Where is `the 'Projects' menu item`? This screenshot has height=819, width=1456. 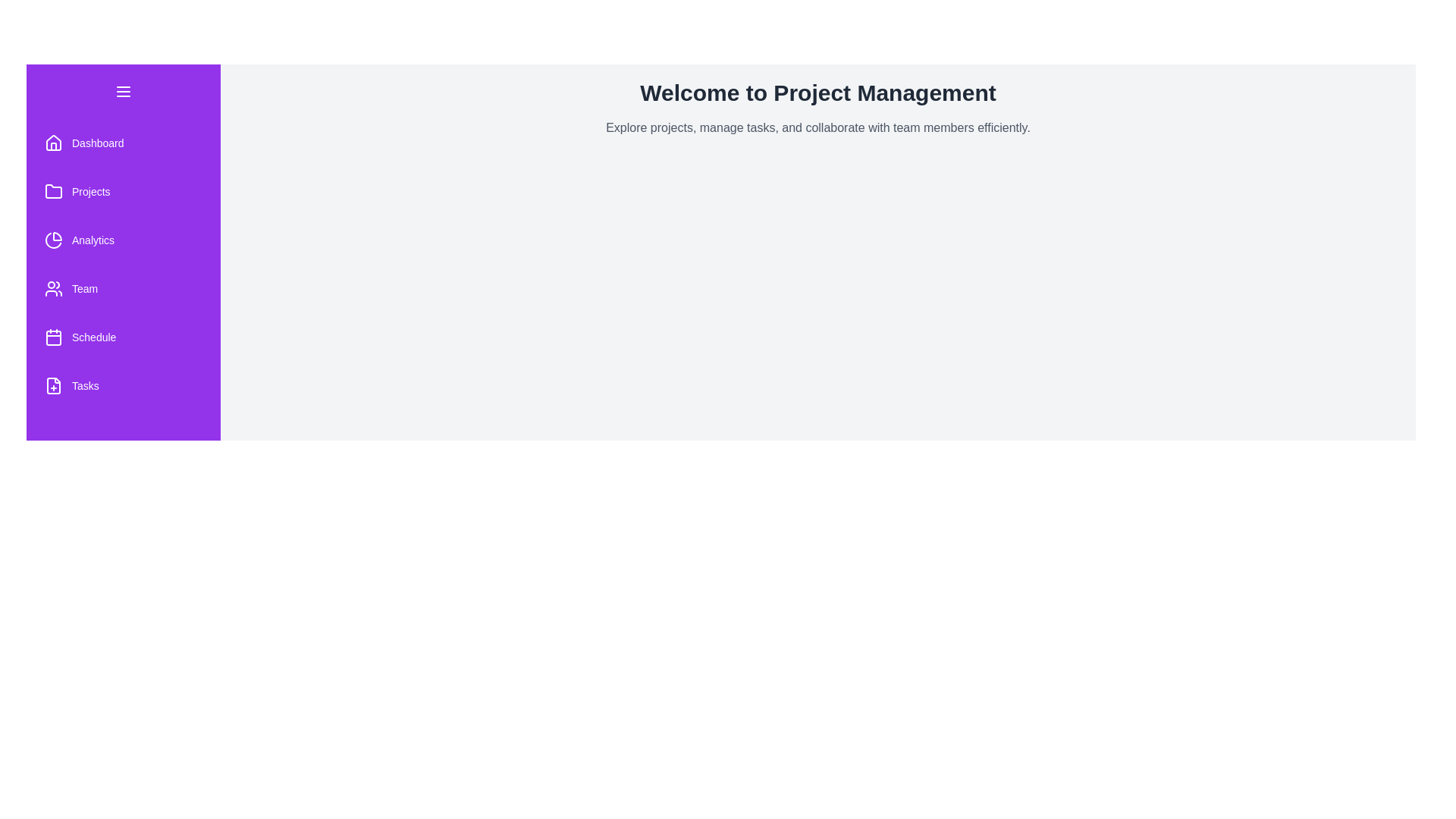 the 'Projects' menu item is located at coordinates (124, 191).